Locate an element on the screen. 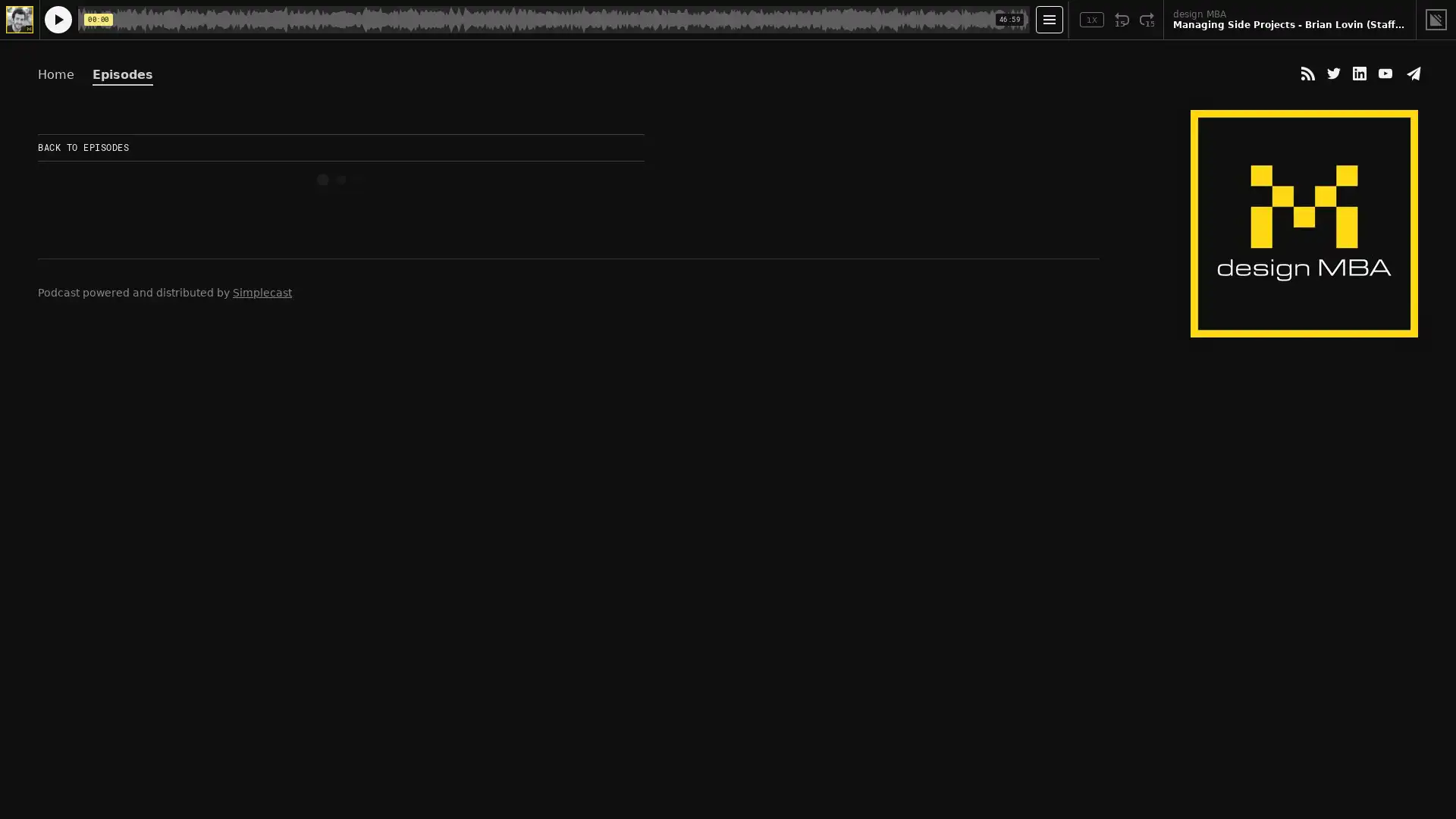 The image size is (1456, 819). Play is located at coordinates (193, 203).